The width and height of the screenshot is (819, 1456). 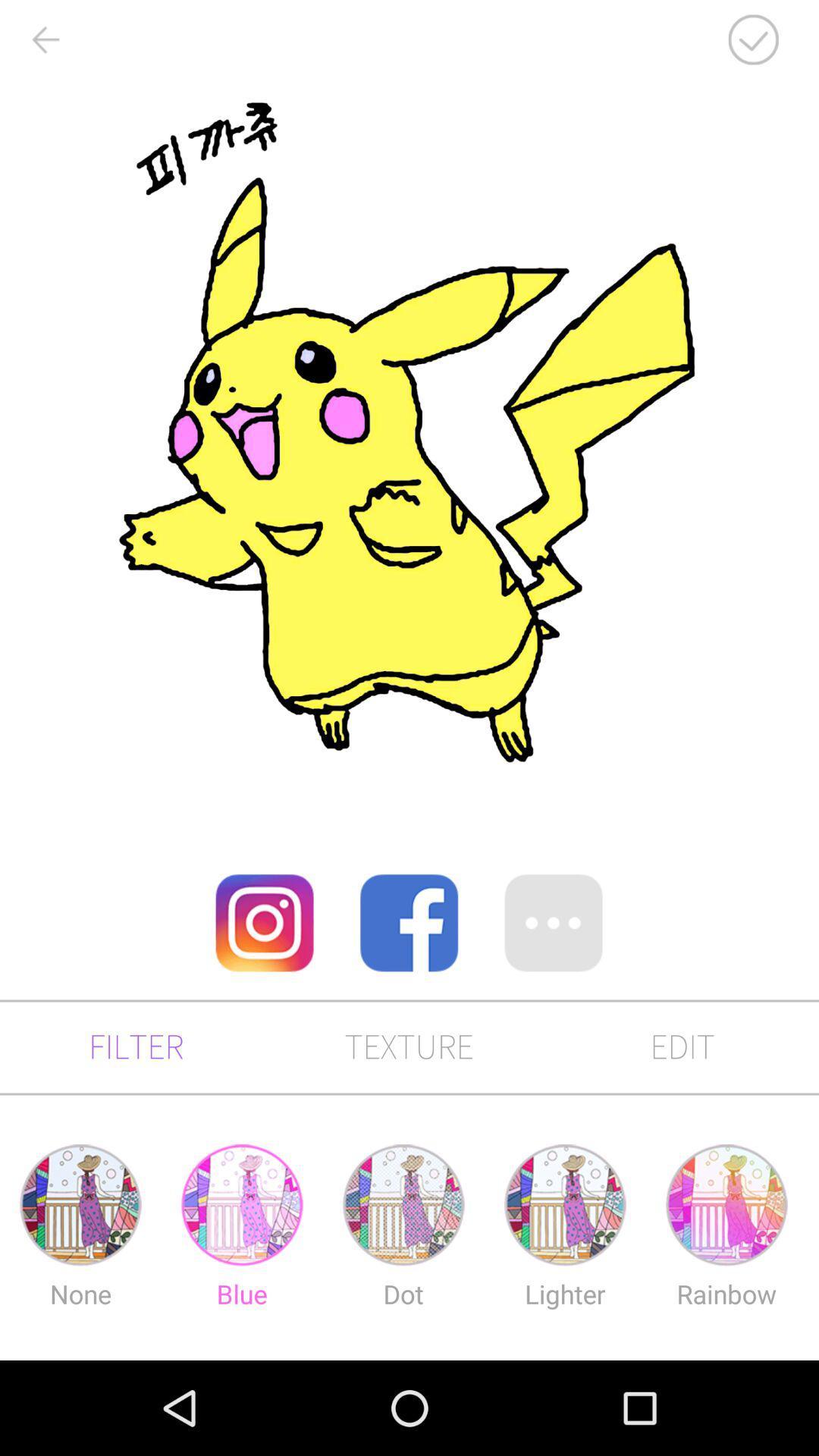 What do you see at coordinates (408, 922) in the screenshot?
I see `open facebook` at bounding box center [408, 922].